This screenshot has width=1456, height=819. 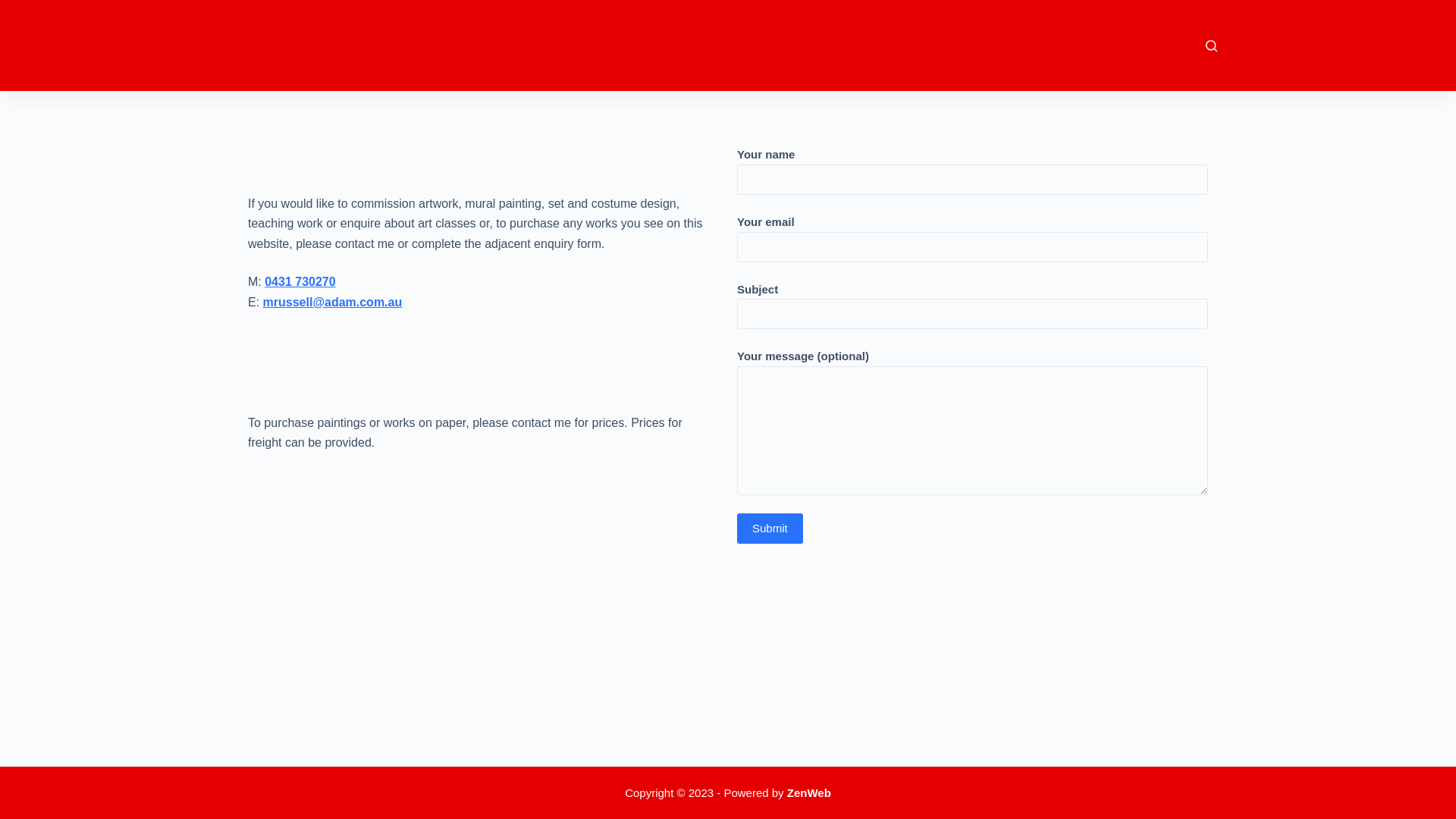 What do you see at coordinates (786, 791) in the screenshot?
I see `'ZenWeb'` at bounding box center [786, 791].